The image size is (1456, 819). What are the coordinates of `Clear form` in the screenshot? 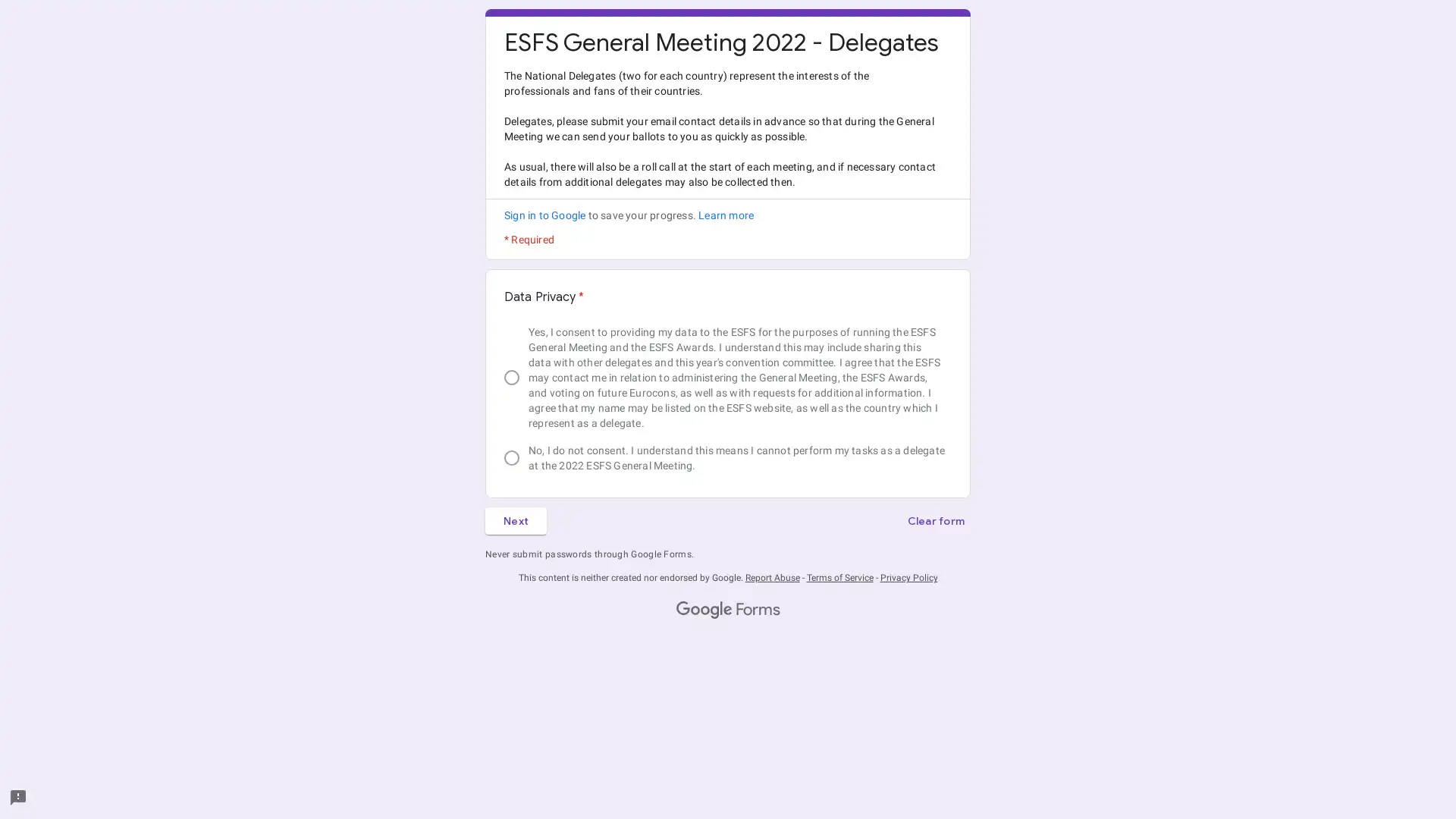 It's located at (934, 519).